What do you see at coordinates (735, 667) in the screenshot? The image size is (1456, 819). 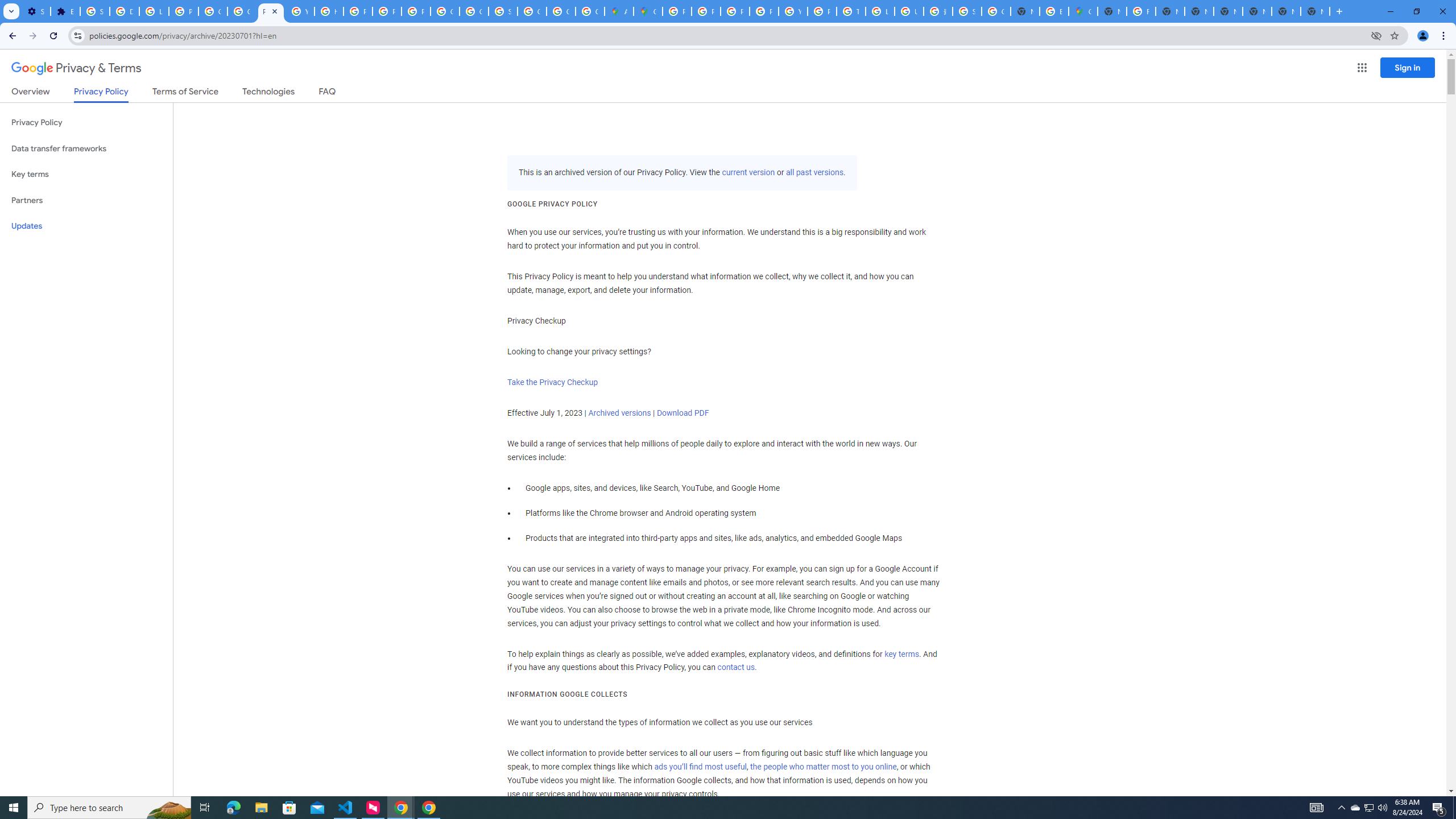 I see `'contact us'` at bounding box center [735, 667].